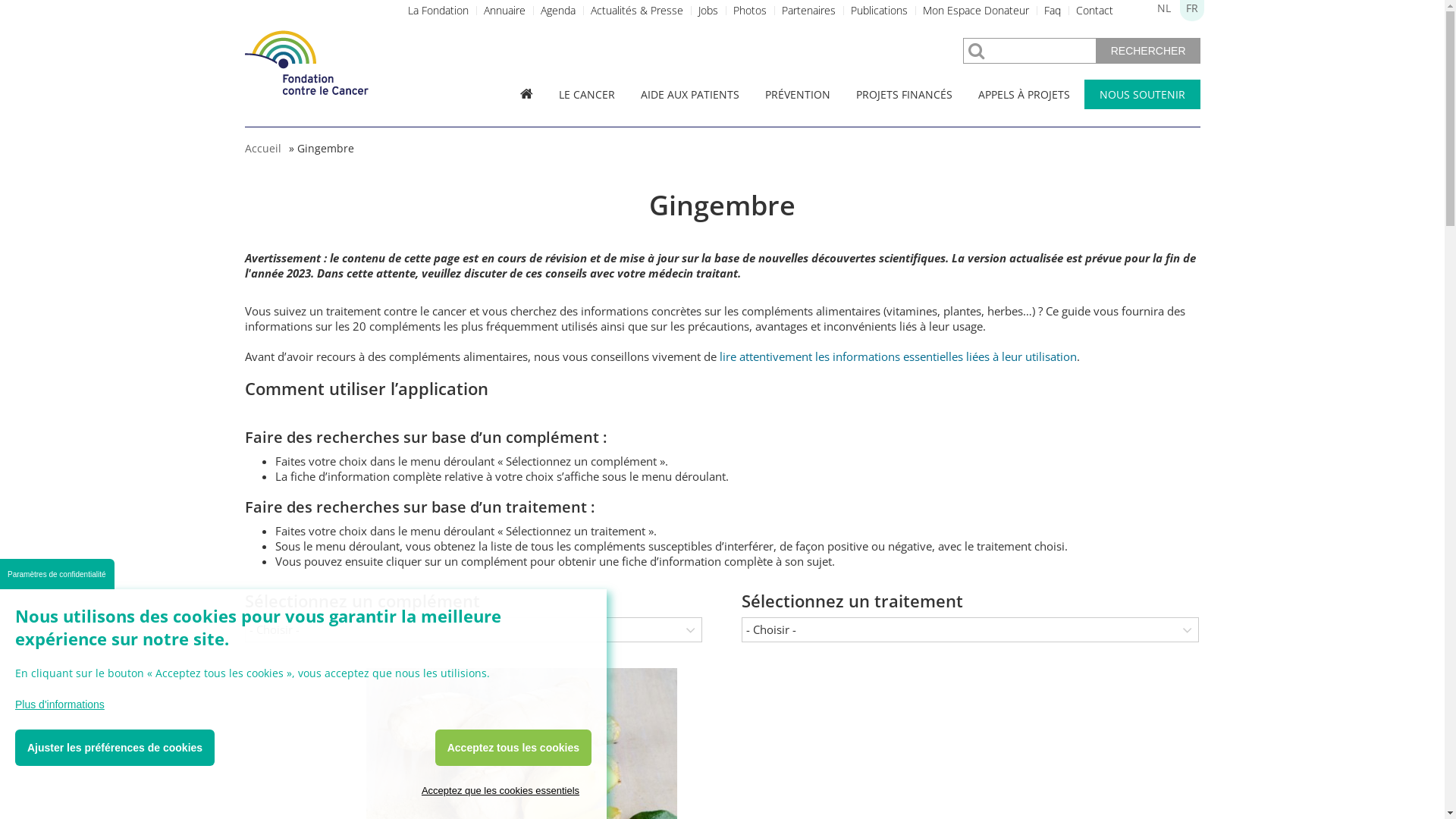 The width and height of the screenshot is (1456, 819). Describe the element at coordinates (749, 10) in the screenshot. I see `'Photos'` at that location.